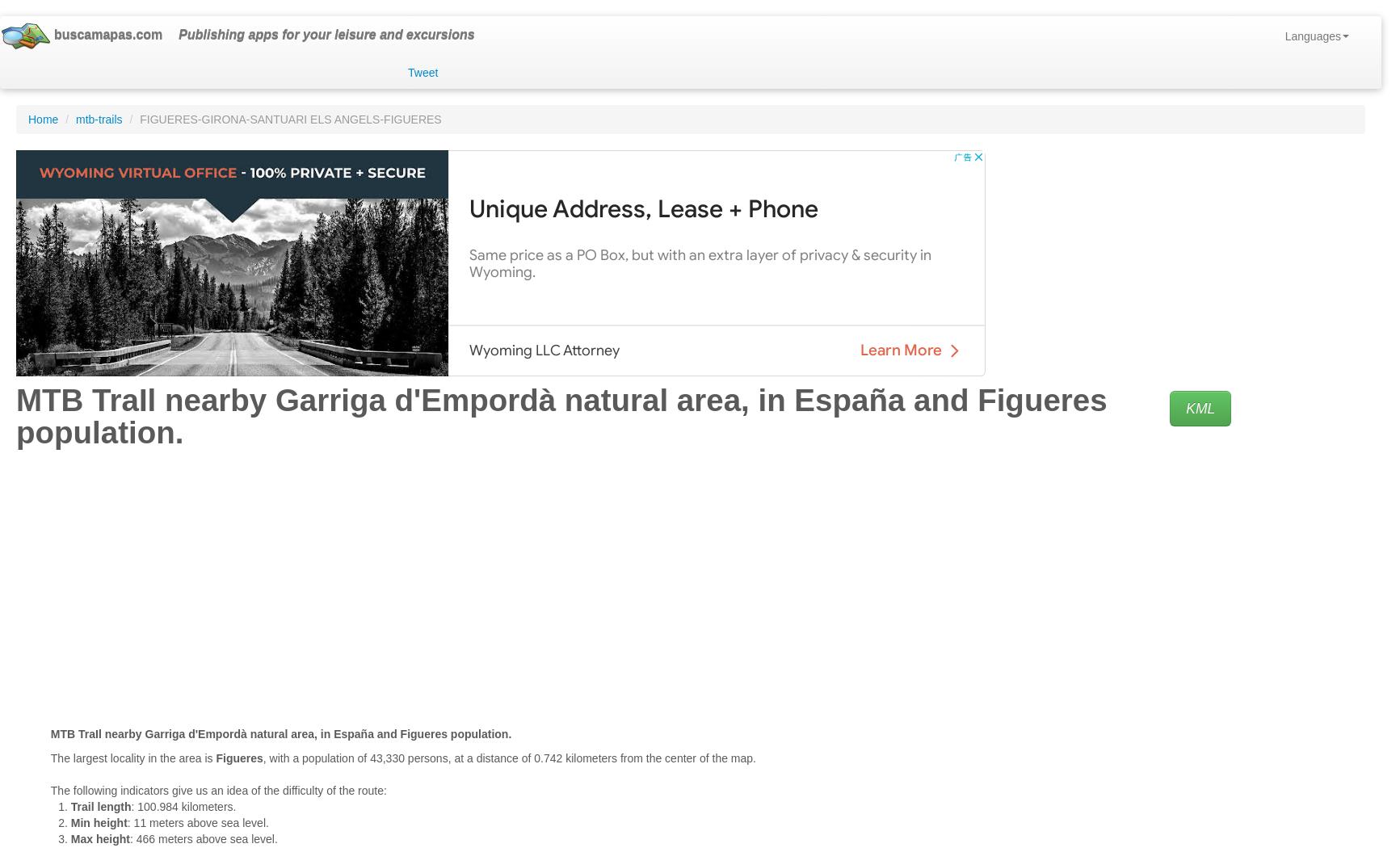  What do you see at coordinates (183, 806) in the screenshot?
I see `': 100.984 kilometers.'` at bounding box center [183, 806].